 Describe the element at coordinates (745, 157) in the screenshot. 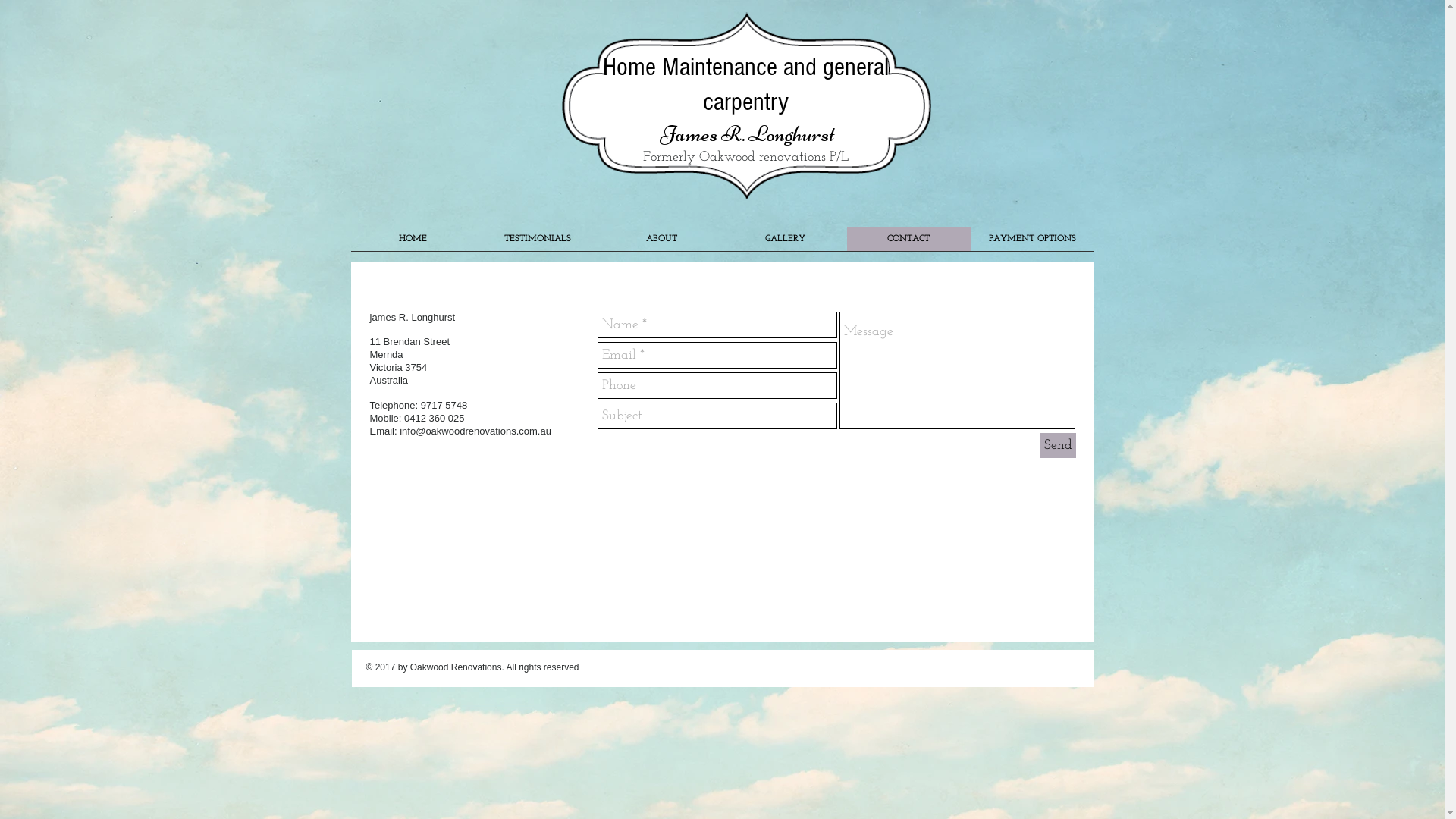

I see `'Formerly Oakwood renovations P/L'` at that location.